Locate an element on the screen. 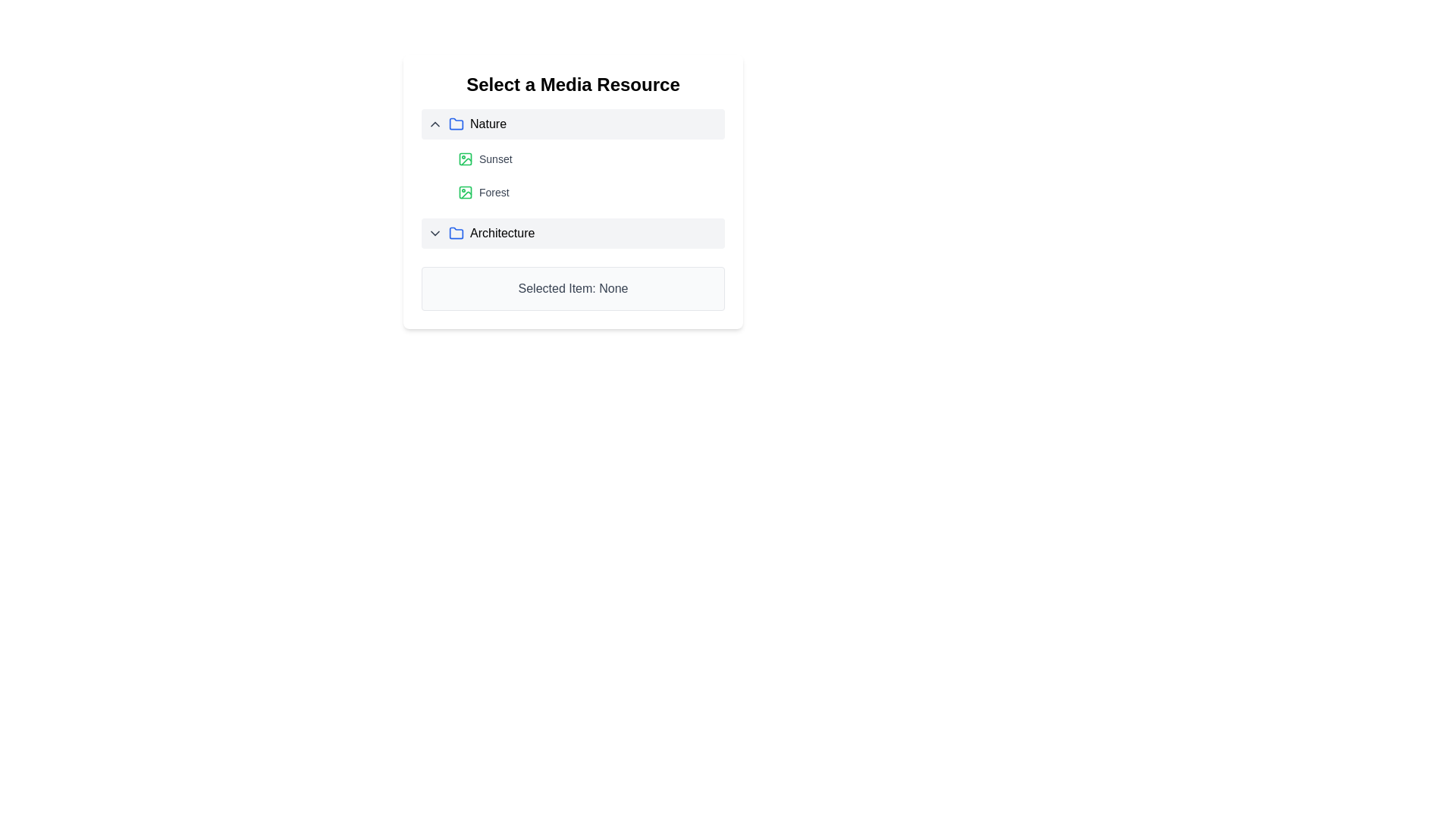 This screenshot has height=819, width=1456. the chevron icon located at the leftmost position of the 'Architecture' menu item is located at coordinates (435, 234).